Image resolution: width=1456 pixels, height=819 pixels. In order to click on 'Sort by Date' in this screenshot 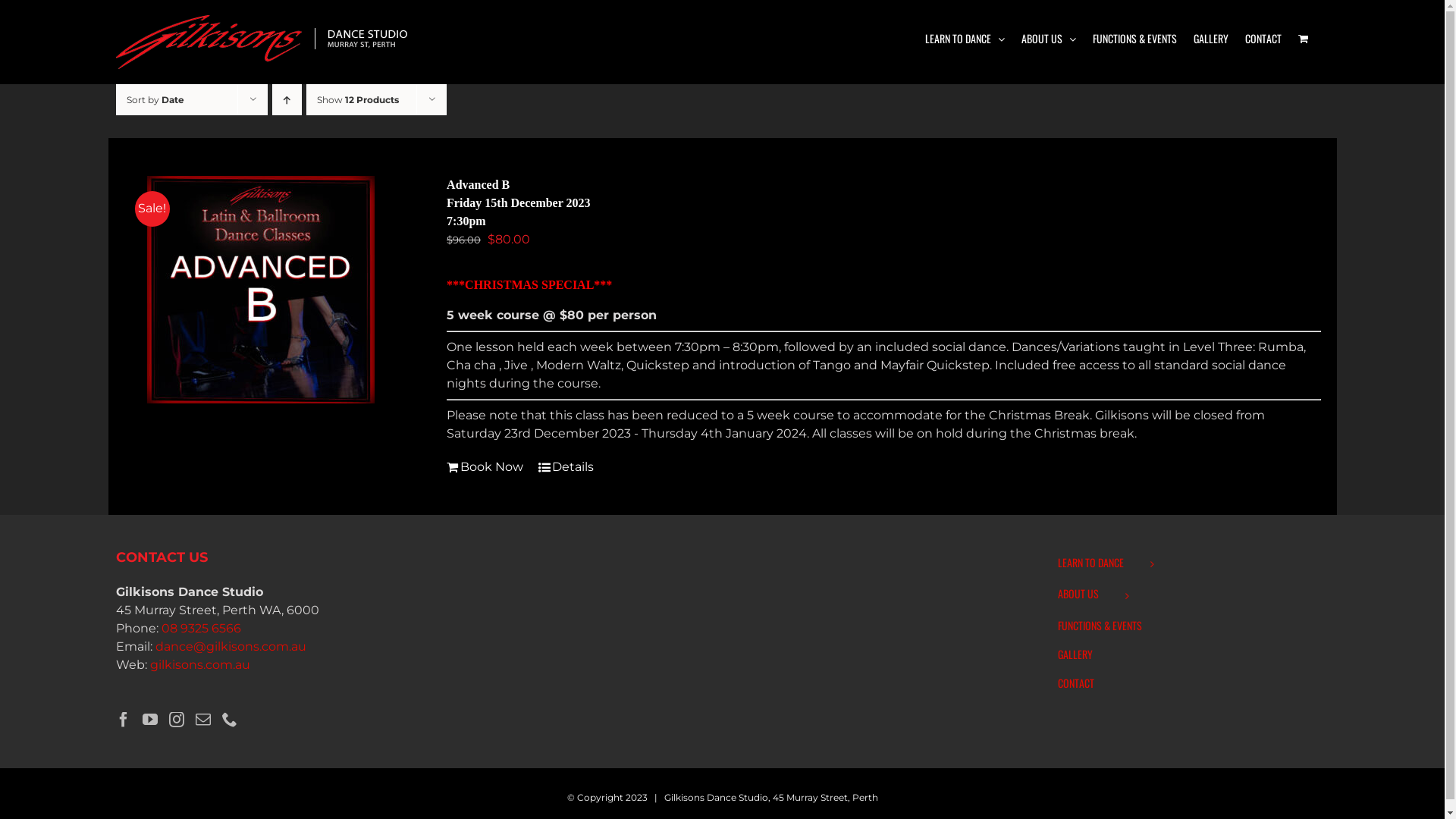, I will do `click(154, 99)`.